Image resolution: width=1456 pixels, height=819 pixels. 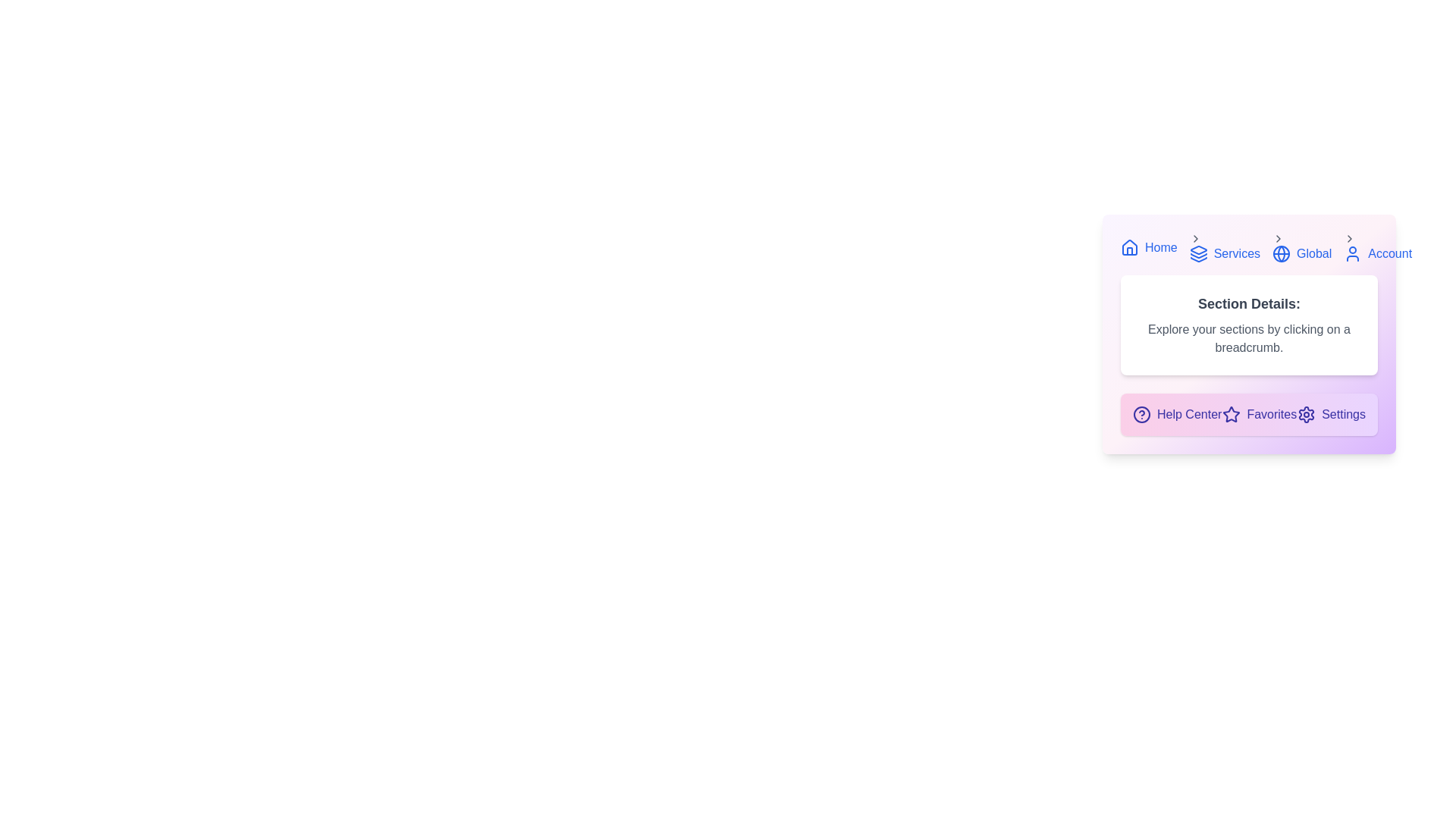 I want to click on the circular graphical element located in the lower-right section of the interface, adjacent to the 'Help Center' label, so click(x=1142, y=415).